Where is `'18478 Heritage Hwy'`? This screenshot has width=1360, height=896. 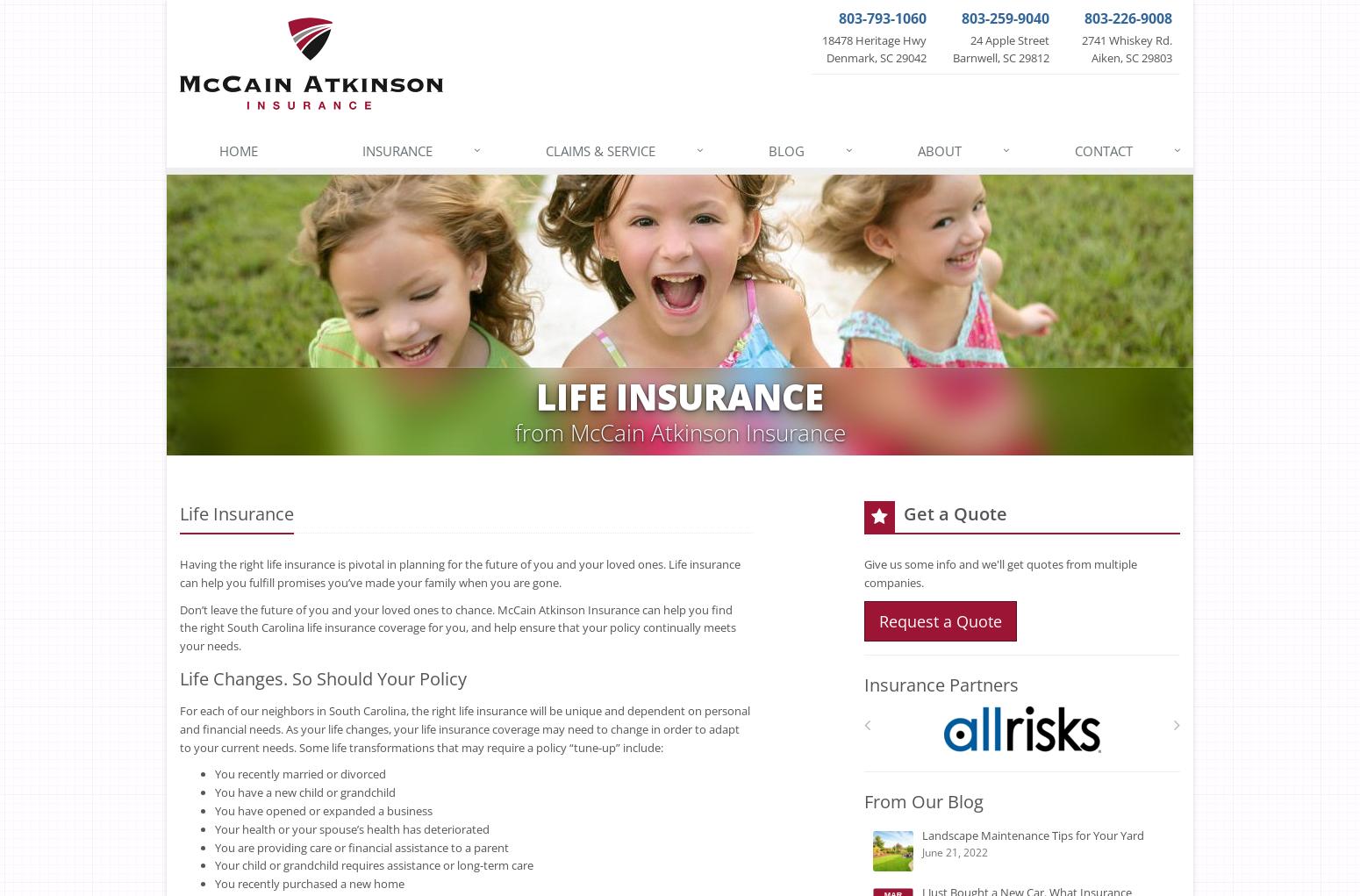
'18478 Heritage Hwy' is located at coordinates (820, 39).